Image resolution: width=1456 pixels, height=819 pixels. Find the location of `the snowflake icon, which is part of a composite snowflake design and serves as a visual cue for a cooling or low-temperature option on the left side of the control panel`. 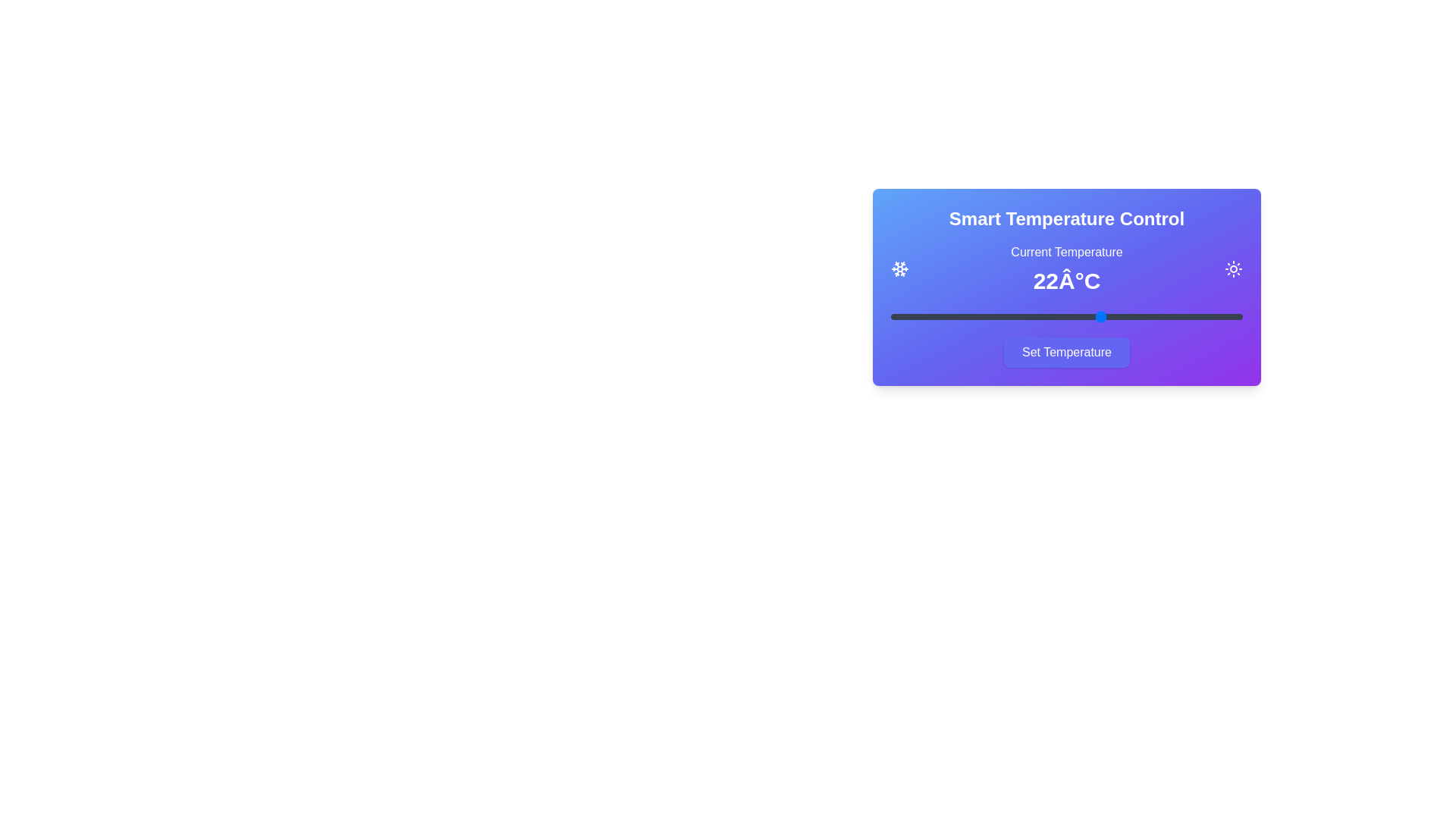

the snowflake icon, which is part of a composite snowflake design and serves as a visual cue for a cooling or low-temperature option on the left side of the control panel is located at coordinates (902, 265).